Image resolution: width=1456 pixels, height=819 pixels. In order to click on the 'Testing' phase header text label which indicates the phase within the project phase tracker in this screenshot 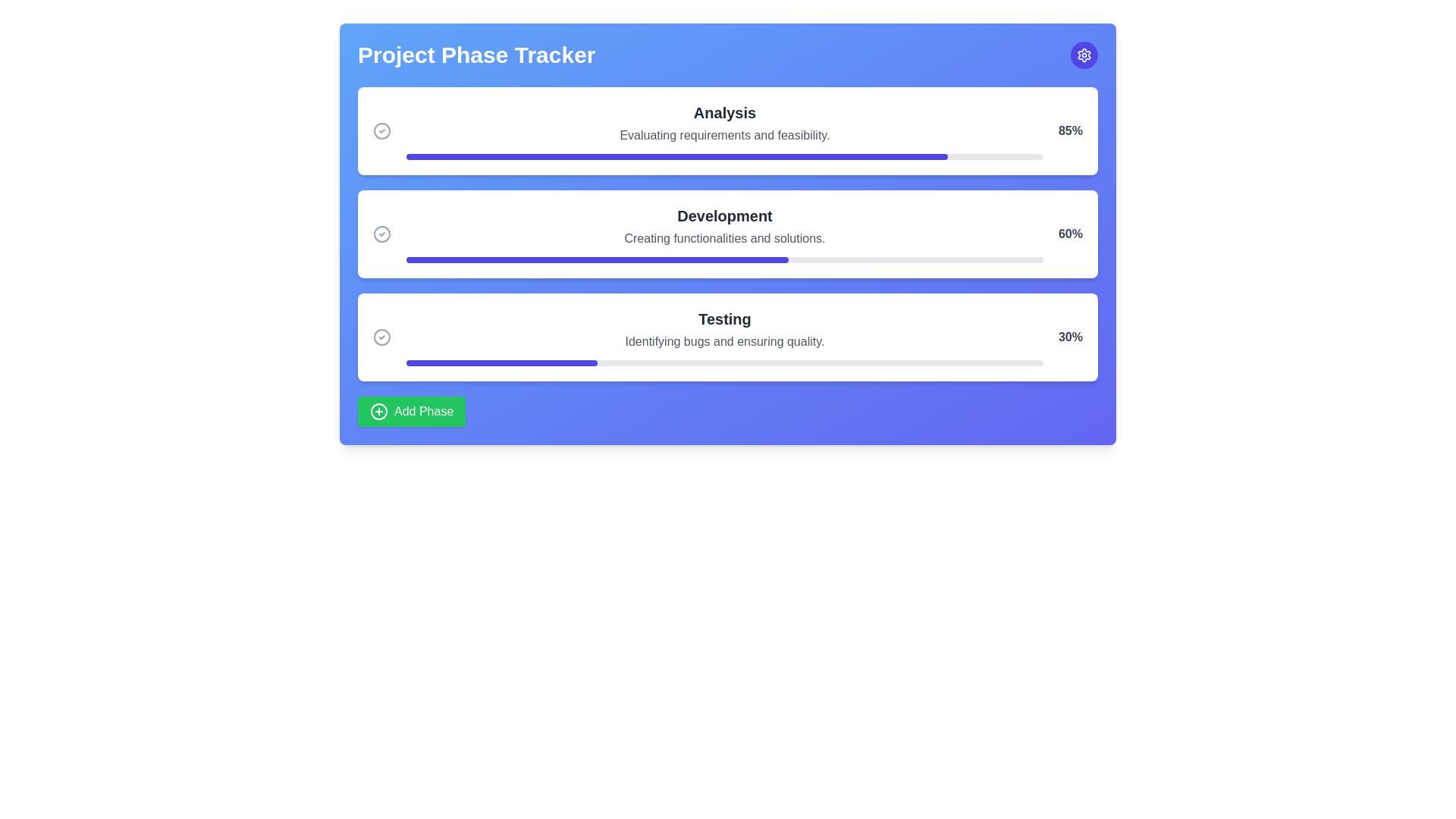, I will do `click(723, 318)`.